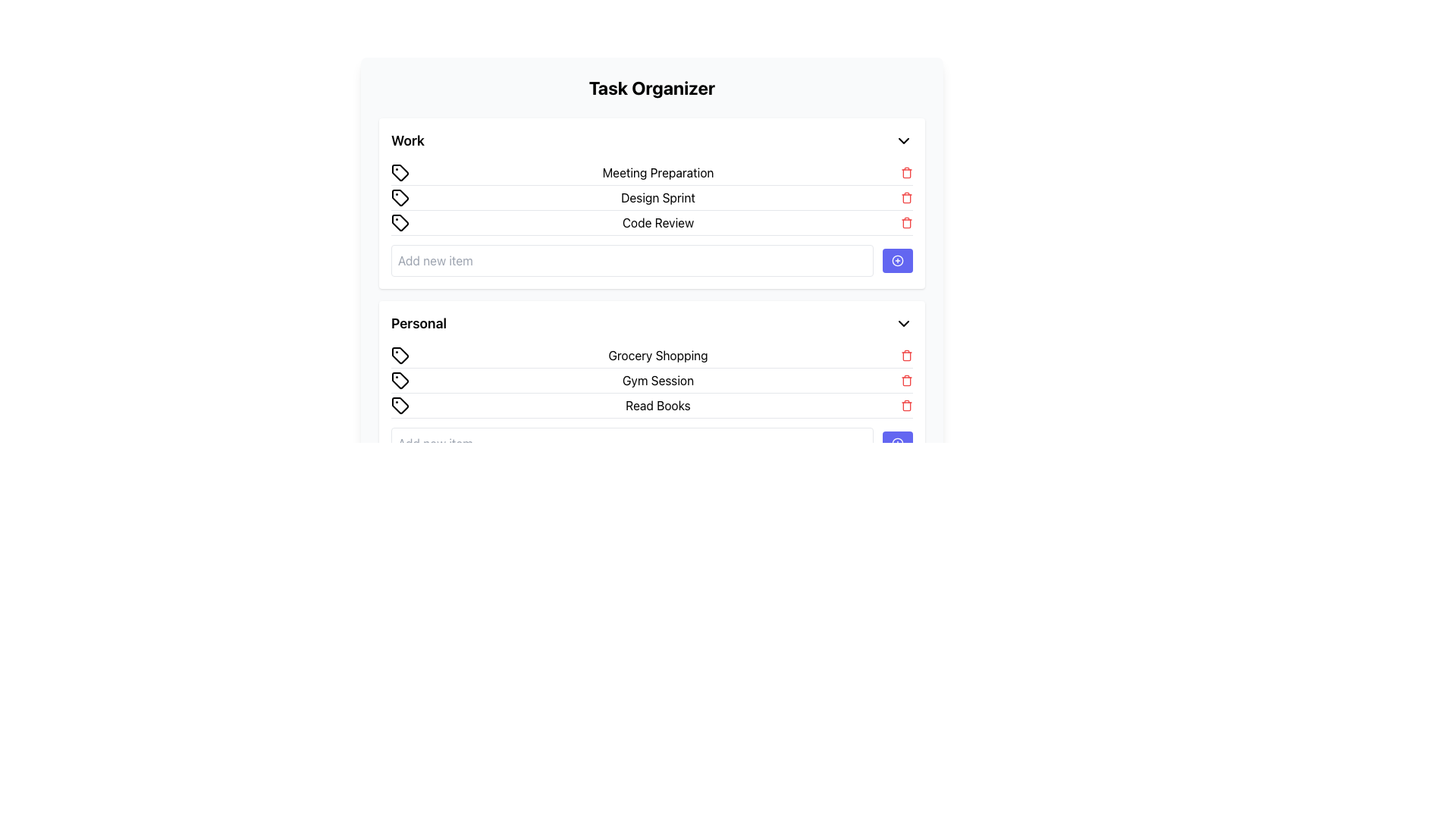 The width and height of the screenshot is (1456, 819). What do you see at coordinates (658, 197) in the screenshot?
I see `the Text Label representing a task in the 'Work' category, which is the second item in the list under 'Work', located between 'Meeting Preparation' and 'Code Review'` at bounding box center [658, 197].